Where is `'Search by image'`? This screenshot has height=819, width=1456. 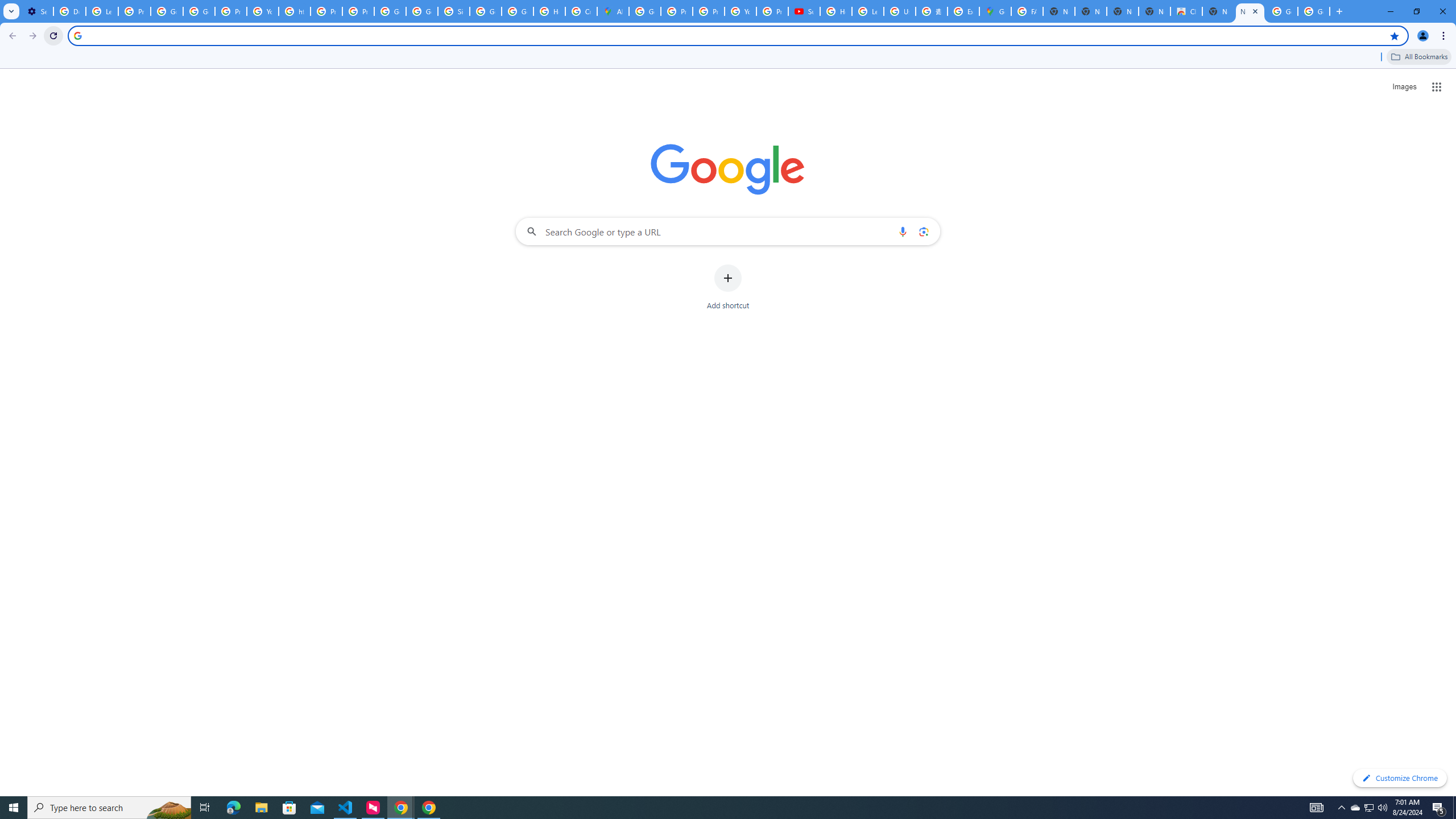 'Search by image' is located at coordinates (923, 230).